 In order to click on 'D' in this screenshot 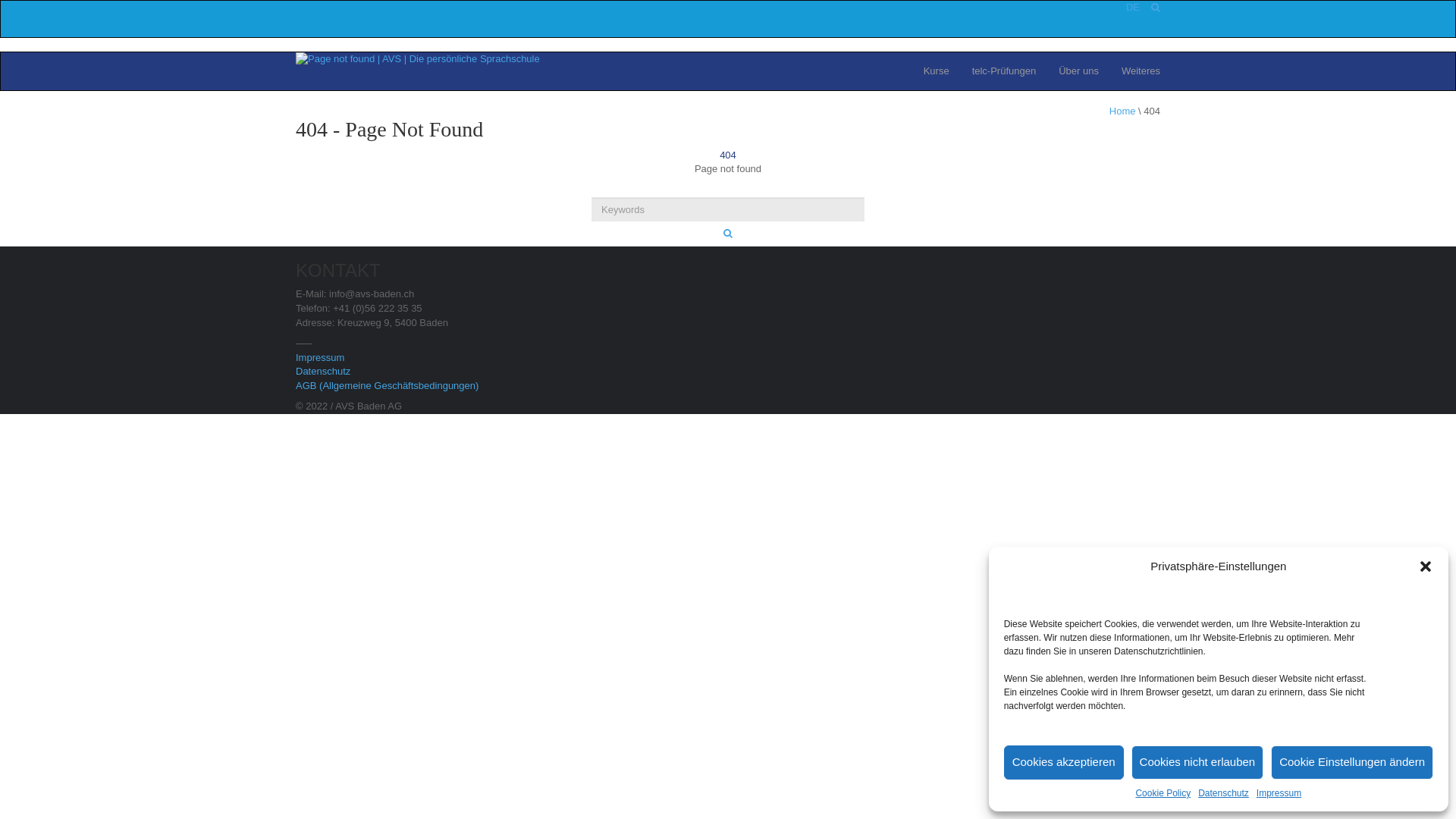, I will do `click(1129, 7)`.